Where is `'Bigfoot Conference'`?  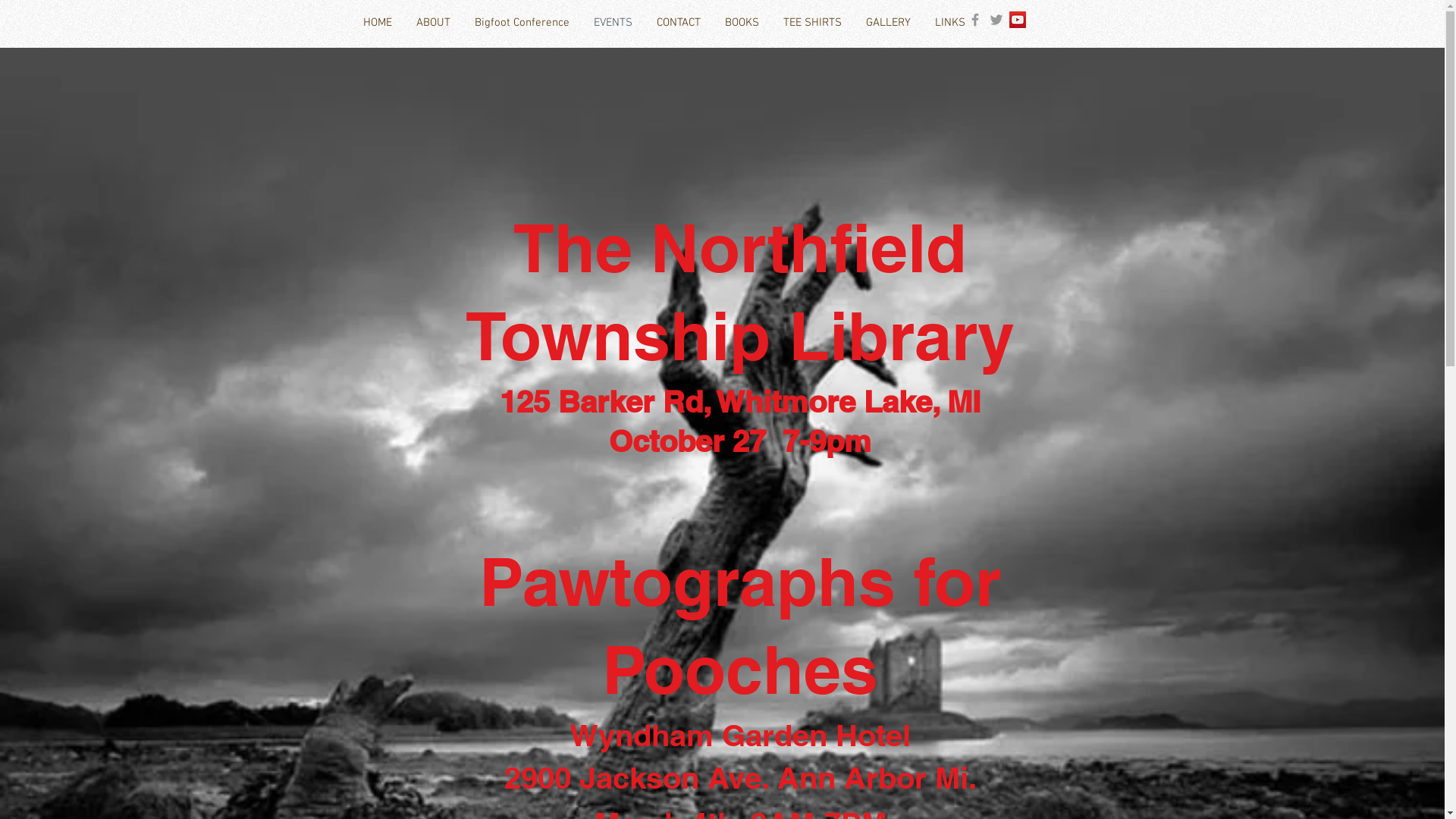 'Bigfoot Conference' is located at coordinates (461, 23).